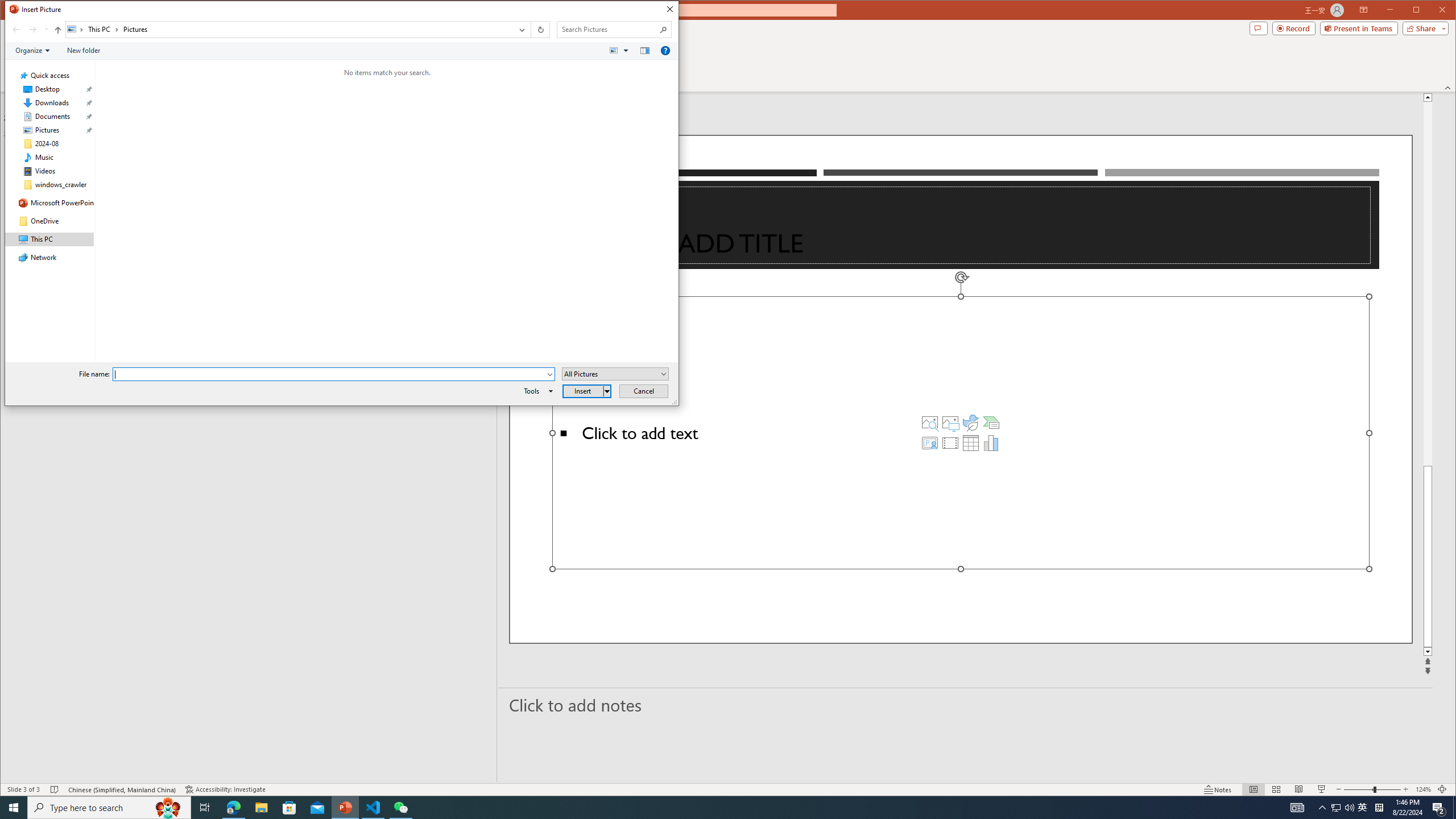  I want to click on 'Slide Notes', so click(965, 704).